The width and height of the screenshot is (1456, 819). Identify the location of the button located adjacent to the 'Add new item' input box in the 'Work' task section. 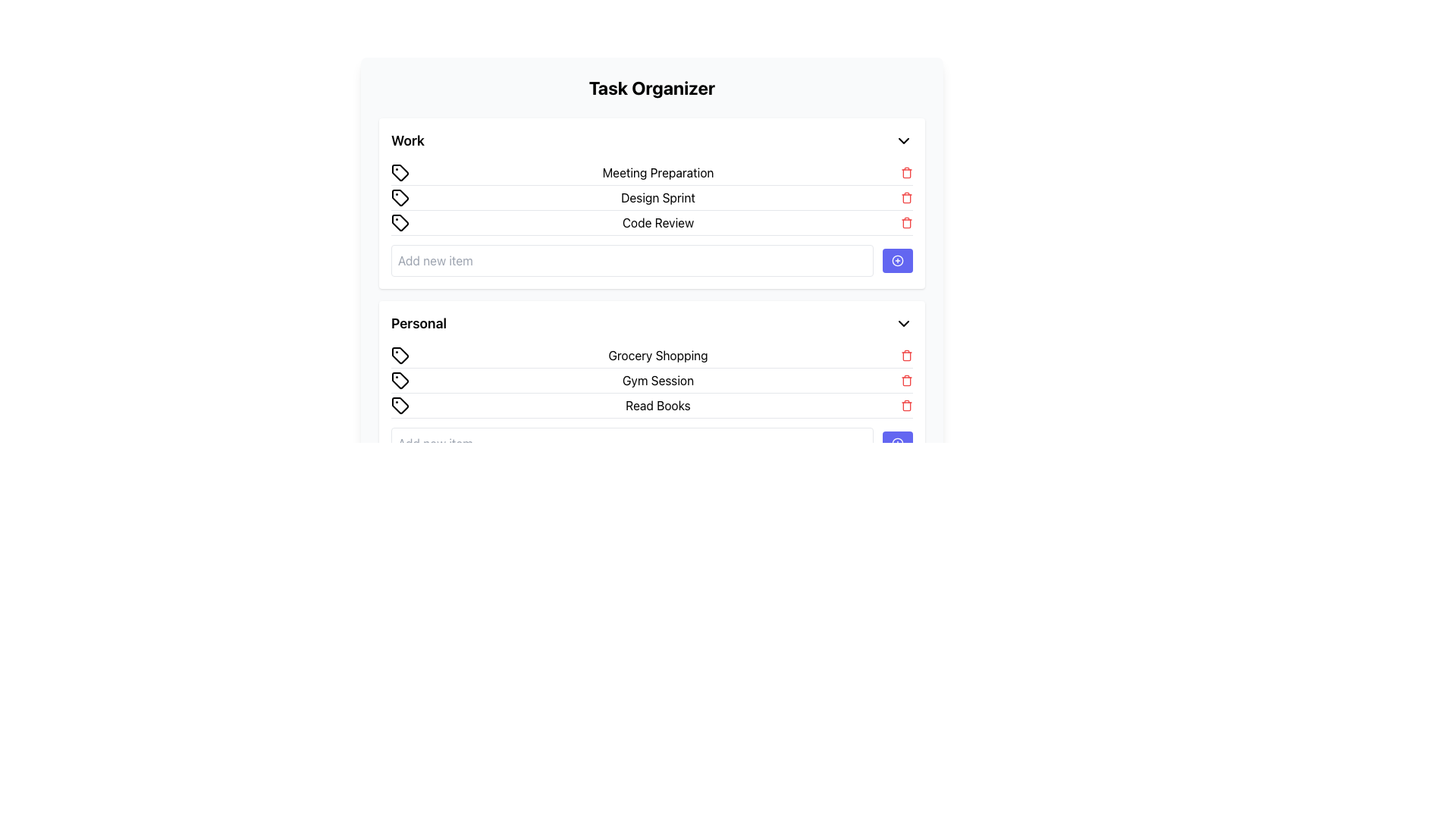
(898, 259).